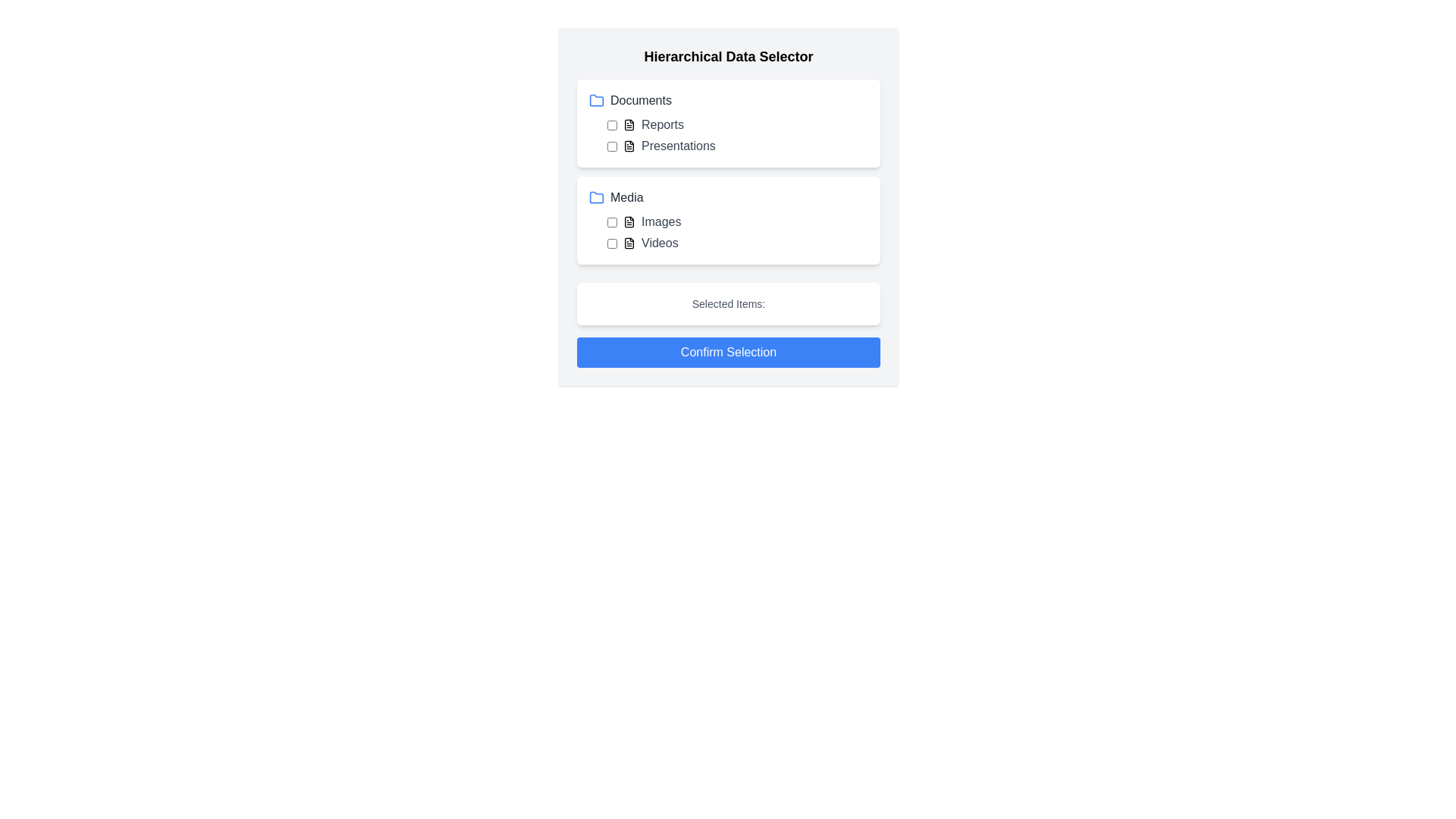  I want to click on the checkbox located to the left of the 'Videos' label in the 'Media' grouping, so click(612, 242).